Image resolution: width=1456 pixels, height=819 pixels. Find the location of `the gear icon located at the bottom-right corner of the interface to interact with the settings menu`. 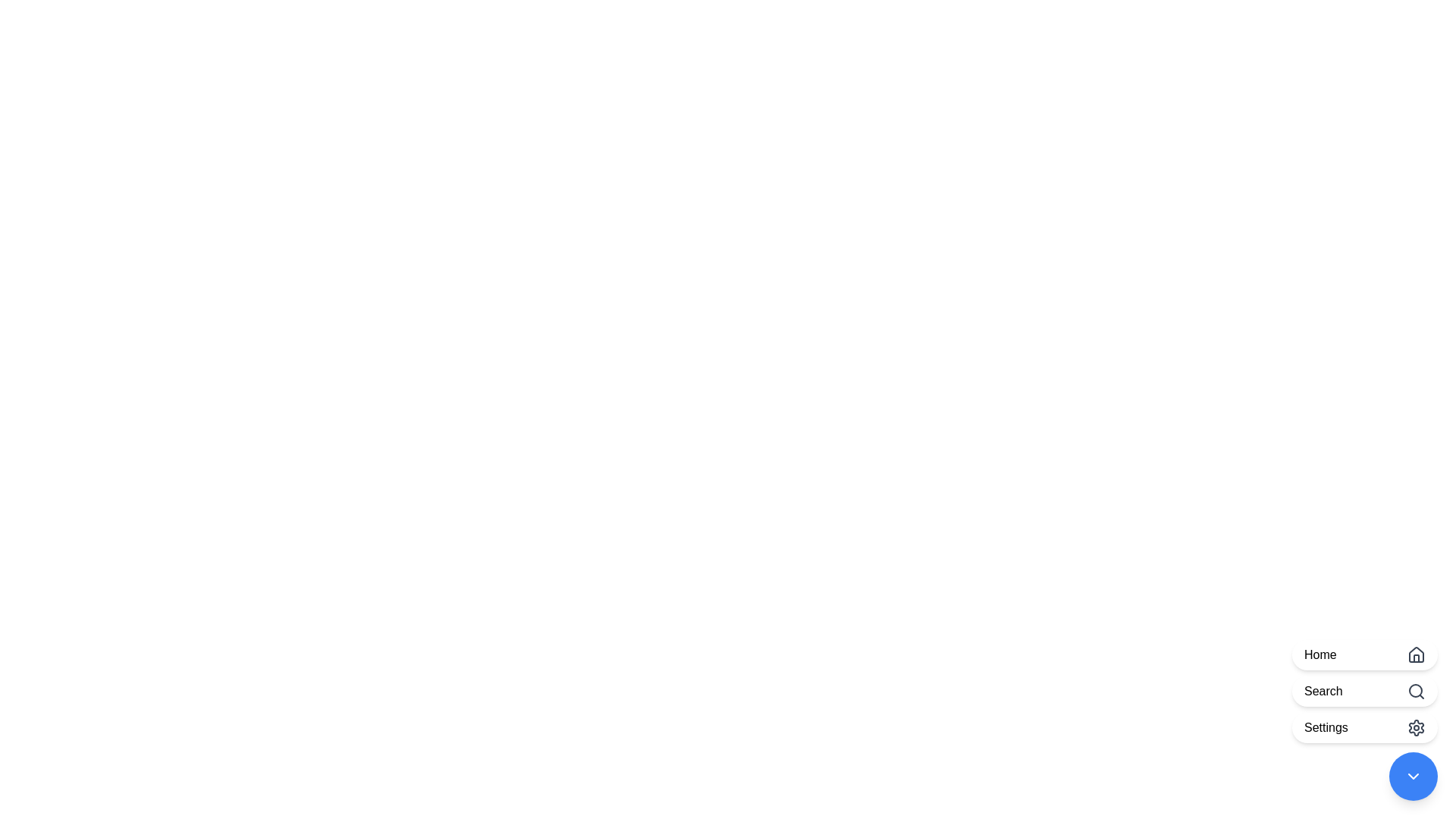

the gear icon located at the bottom-right corner of the interface to interact with the settings menu is located at coordinates (1415, 727).